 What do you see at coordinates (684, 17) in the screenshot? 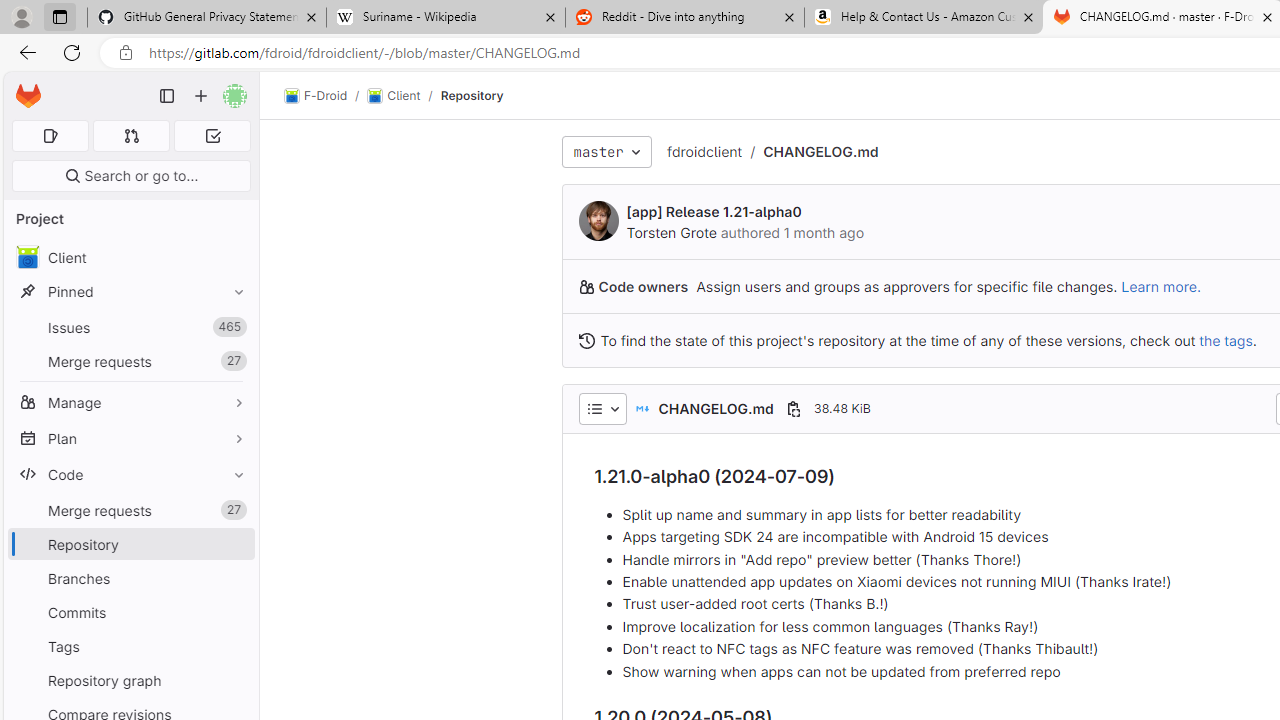
I see `'Reddit - Dive into anything'` at bounding box center [684, 17].